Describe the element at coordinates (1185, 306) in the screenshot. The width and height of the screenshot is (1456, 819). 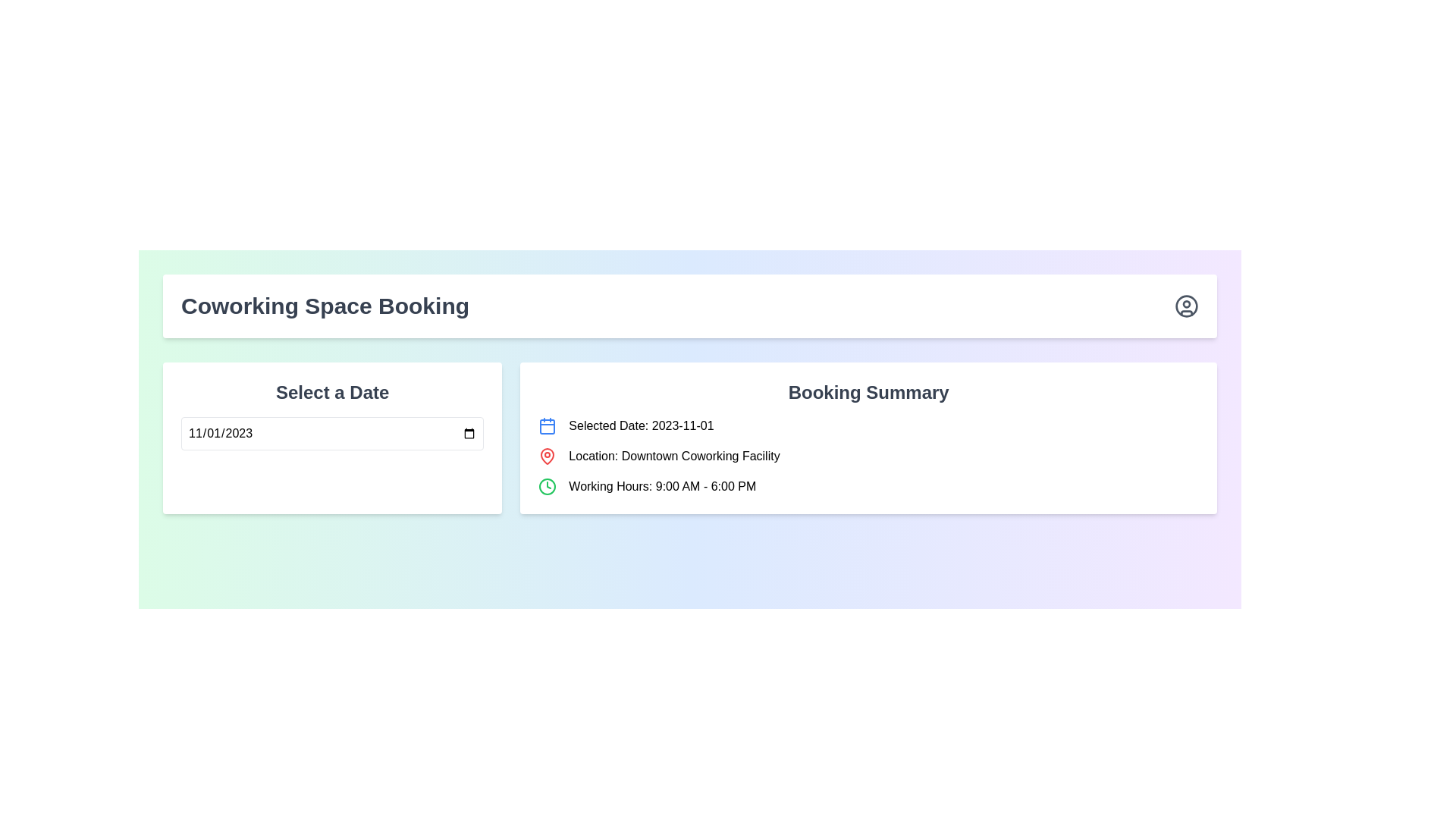
I see `the circle element of the user profile icon located in the top-right corner of the layout` at that location.